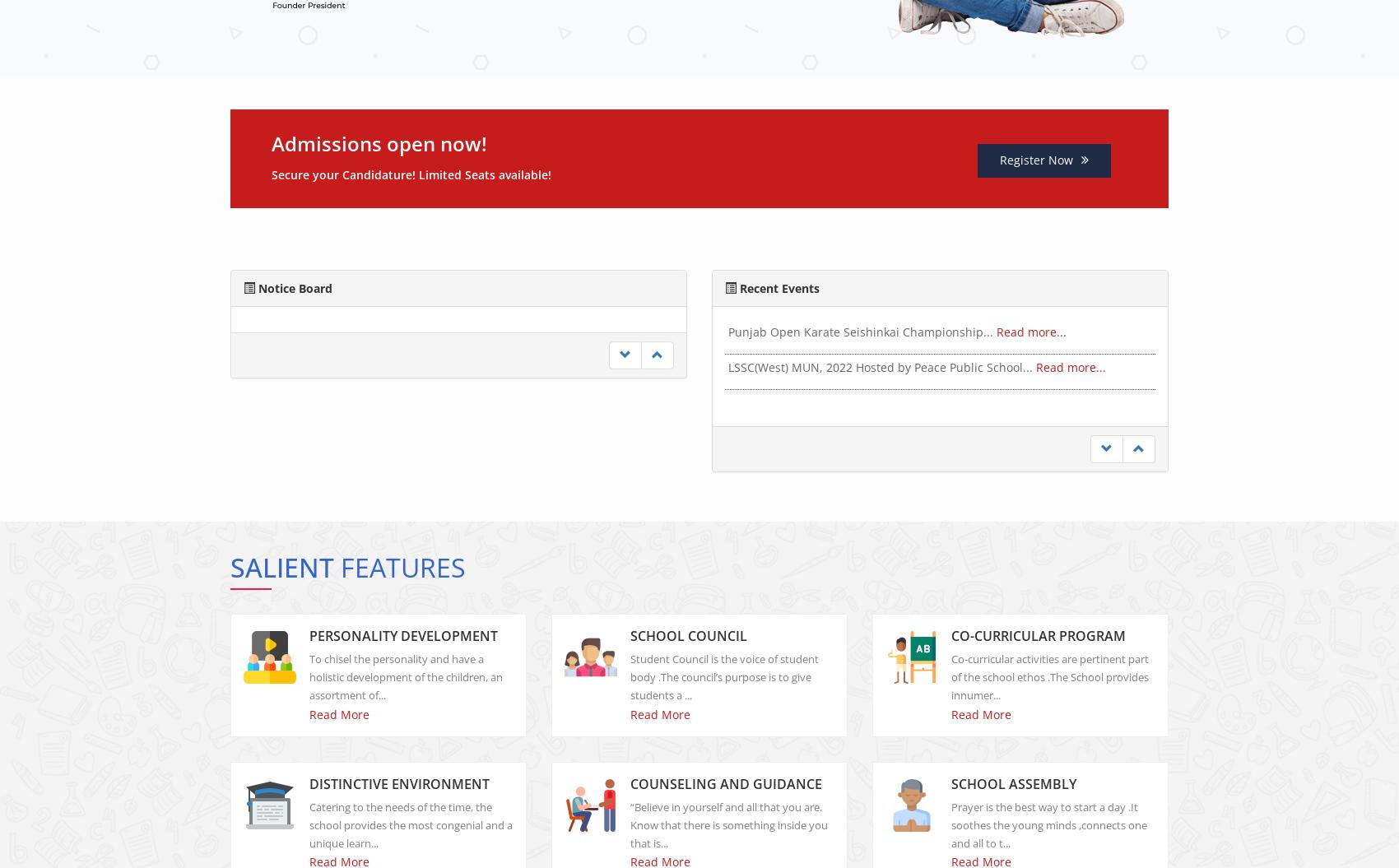 This screenshot has width=1399, height=868. Describe the element at coordinates (882, 402) in the screenshot. I see `'LSSC(West) MUN, 2022 Hosted by Peace Public School...'` at that location.